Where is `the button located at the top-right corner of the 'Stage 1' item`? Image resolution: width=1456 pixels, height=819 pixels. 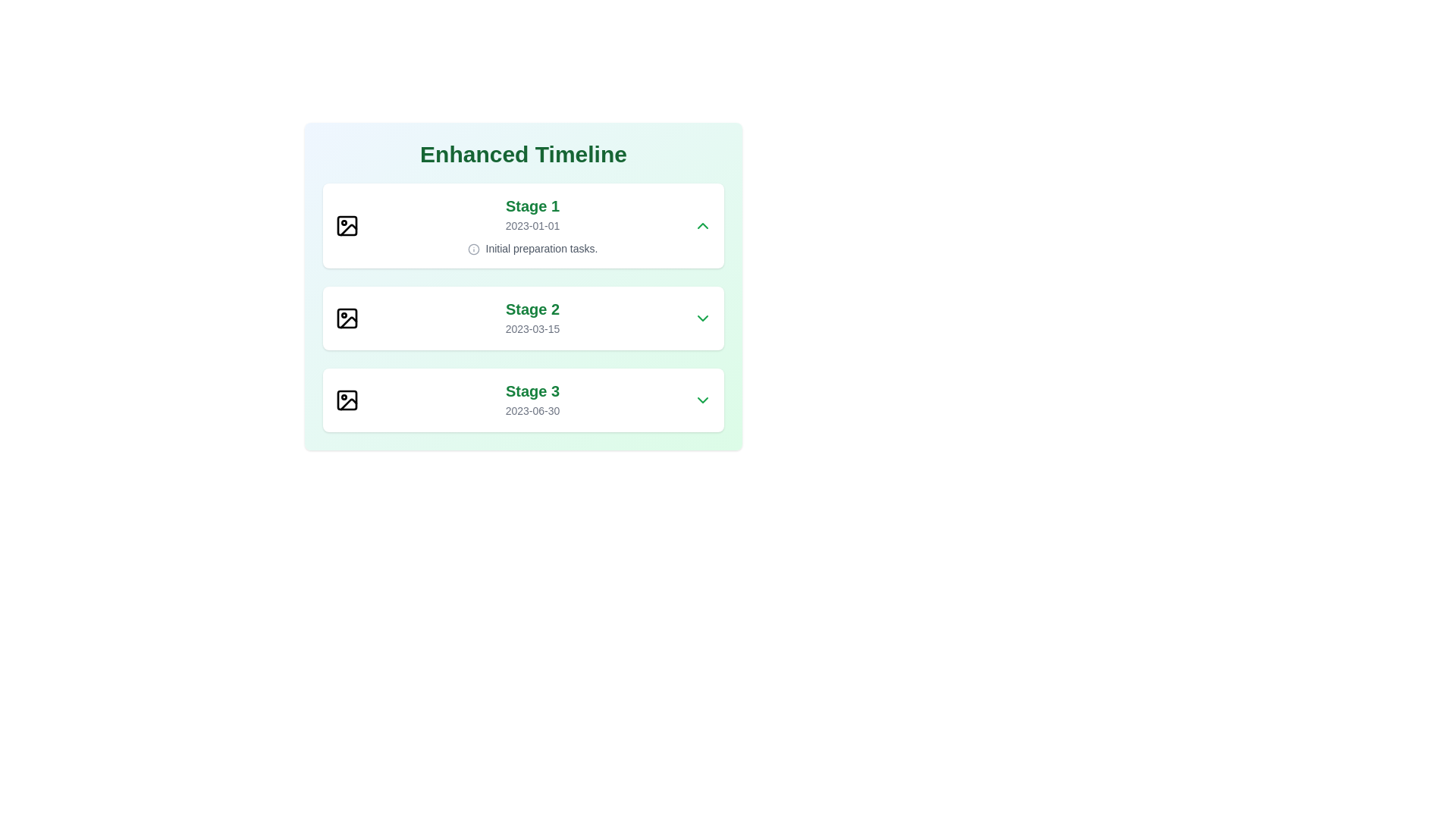 the button located at the top-right corner of the 'Stage 1' item is located at coordinates (701, 225).